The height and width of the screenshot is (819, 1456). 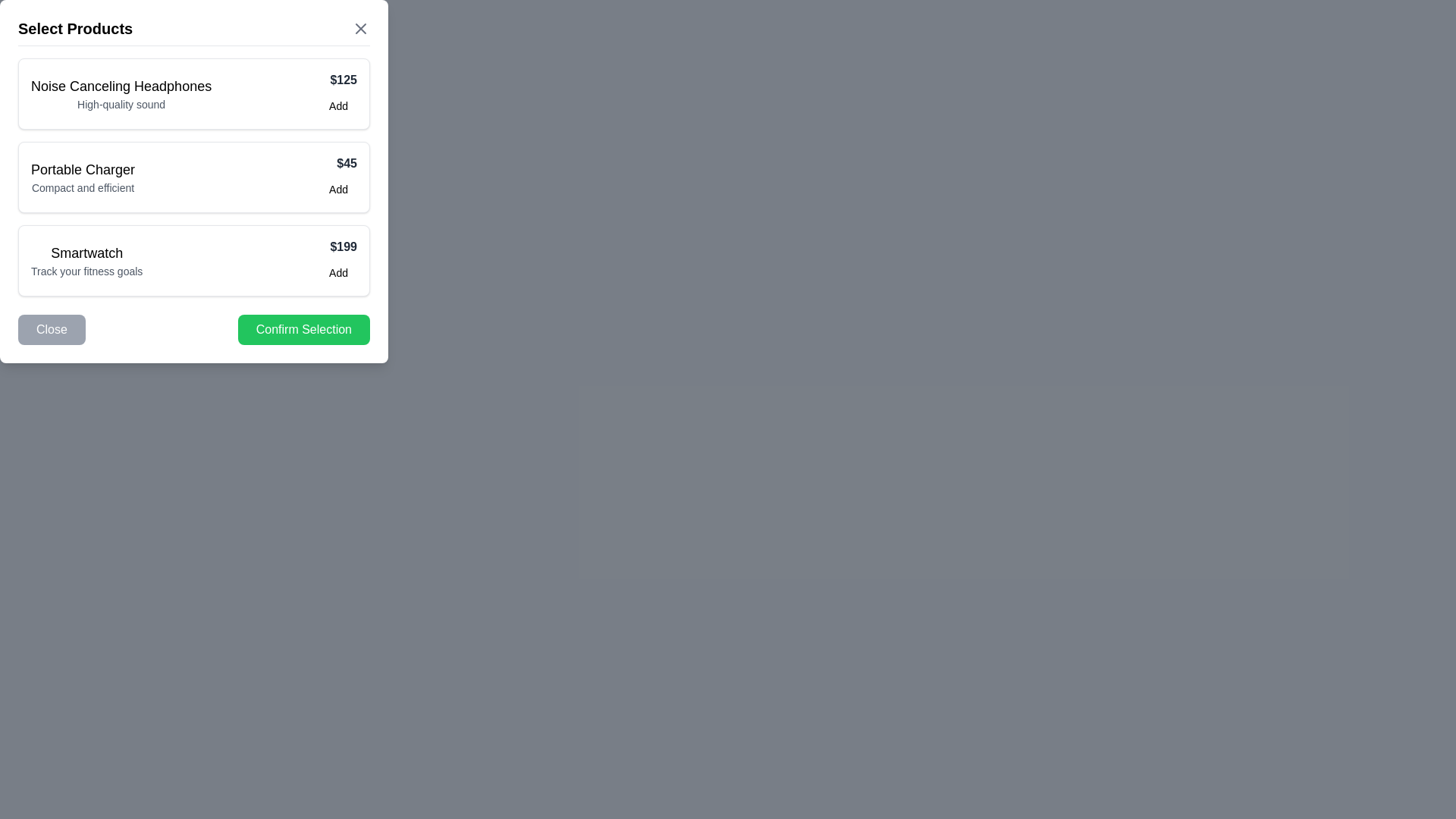 What do you see at coordinates (337, 189) in the screenshot?
I see `the 'Add Portable Charger' button located at the bottom of the section corresponding to the 'Portable Charger' item, which is aligned with the price ('$45') and is the second of three similar 'Add' buttons` at bounding box center [337, 189].